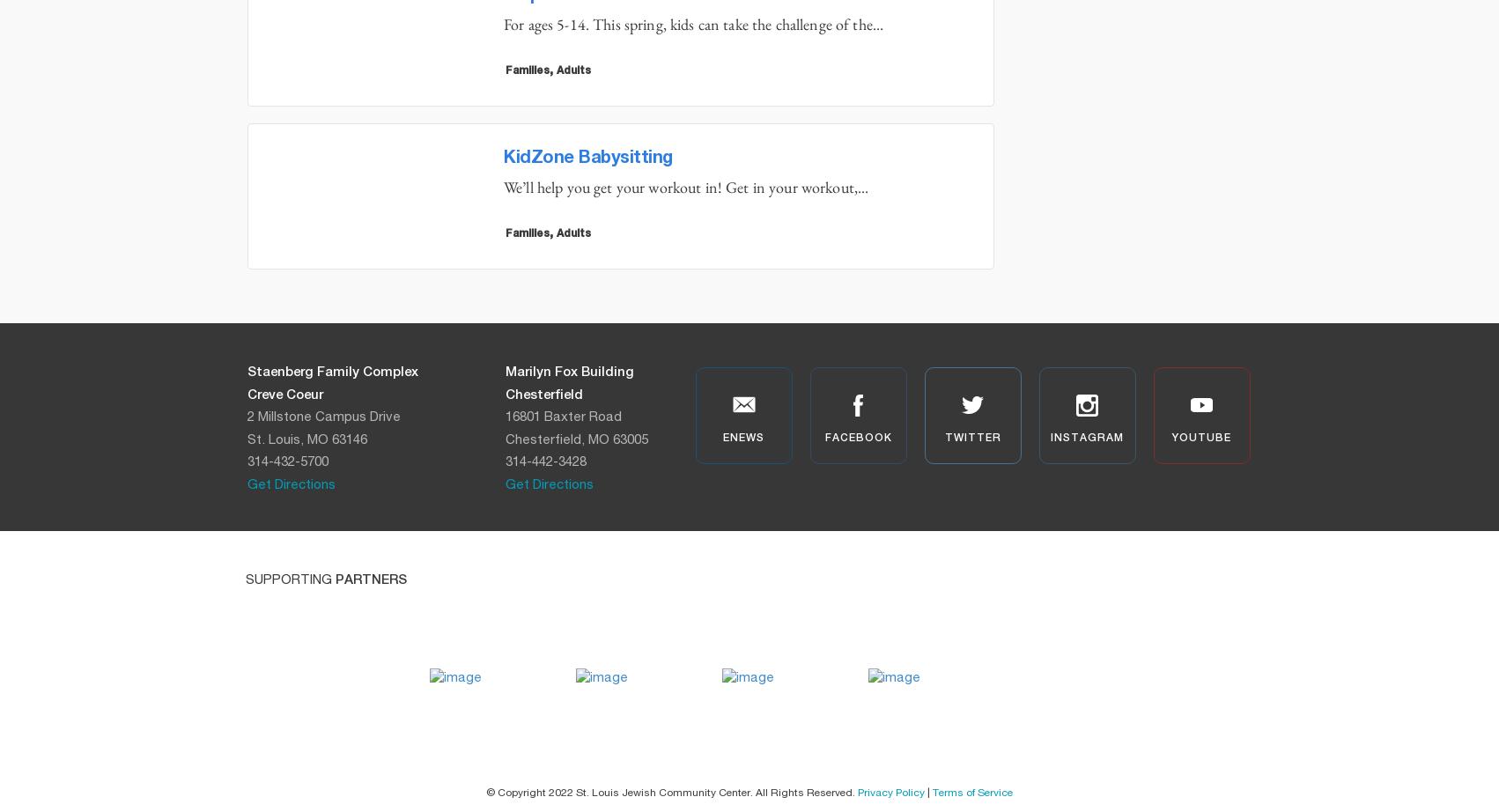 This screenshot has height=812, width=1499. Describe the element at coordinates (287, 461) in the screenshot. I see `'314-432-5700'` at that location.